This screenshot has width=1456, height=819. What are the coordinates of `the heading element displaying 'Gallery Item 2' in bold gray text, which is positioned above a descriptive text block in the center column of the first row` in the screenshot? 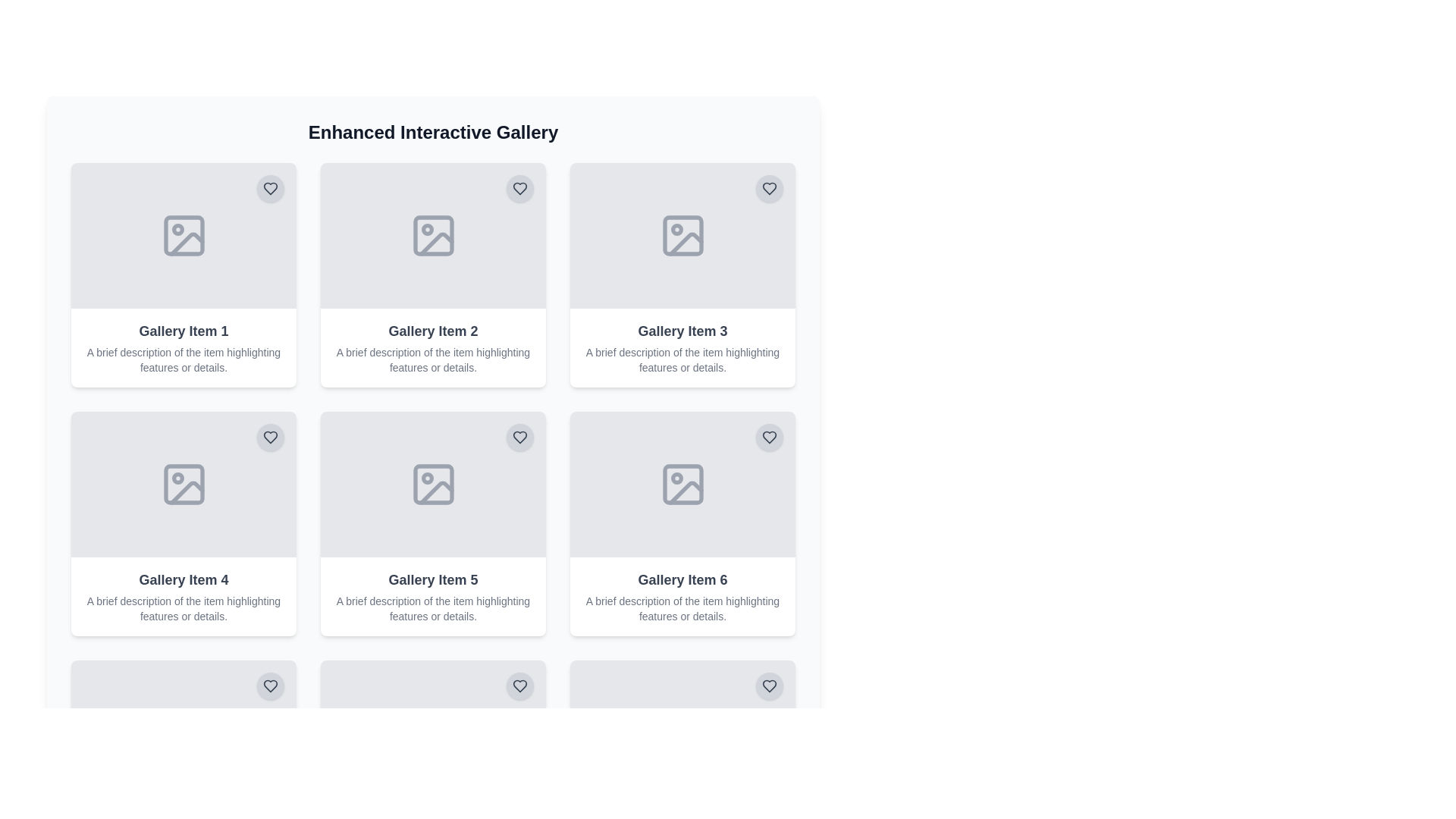 It's located at (432, 330).